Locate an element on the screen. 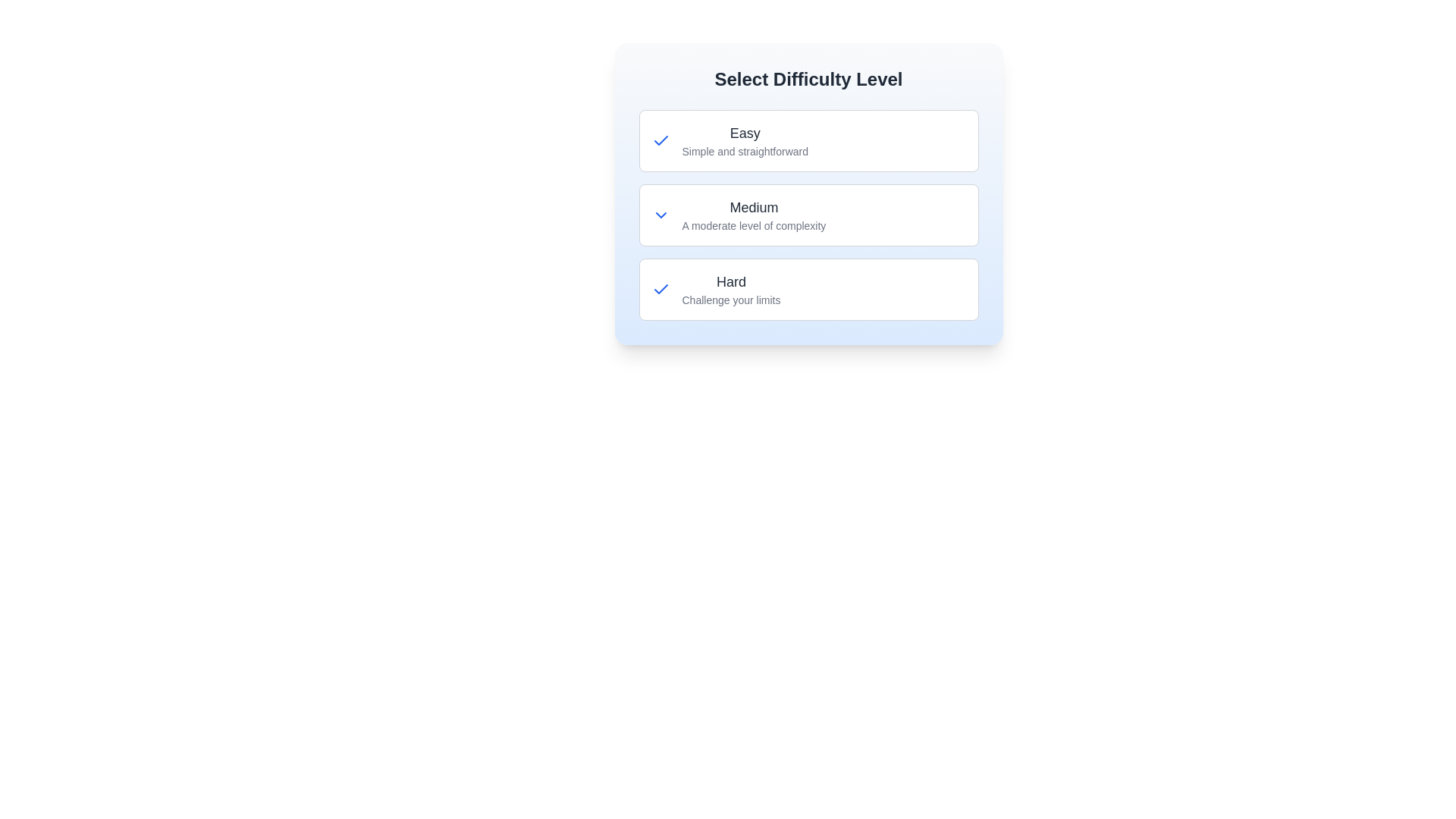 The image size is (1456, 819). the 'Hard' difficulty level text display located in the third item of the vertically aligned list in the 'Select Difficulty Level' panel is located at coordinates (731, 289).